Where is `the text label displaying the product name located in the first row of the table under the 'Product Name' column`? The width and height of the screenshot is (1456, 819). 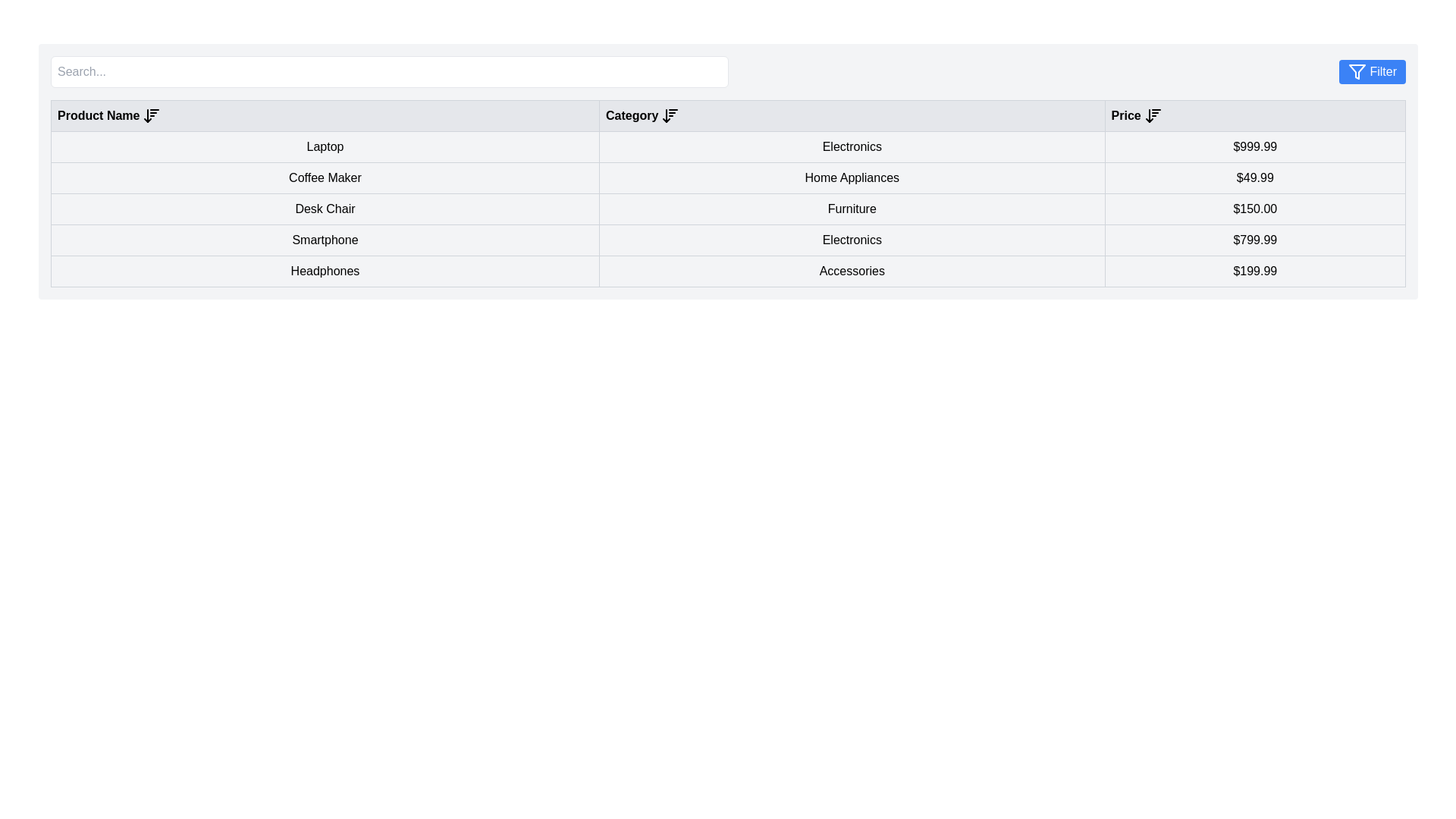 the text label displaying the product name located in the first row of the table under the 'Product Name' column is located at coordinates (324, 146).